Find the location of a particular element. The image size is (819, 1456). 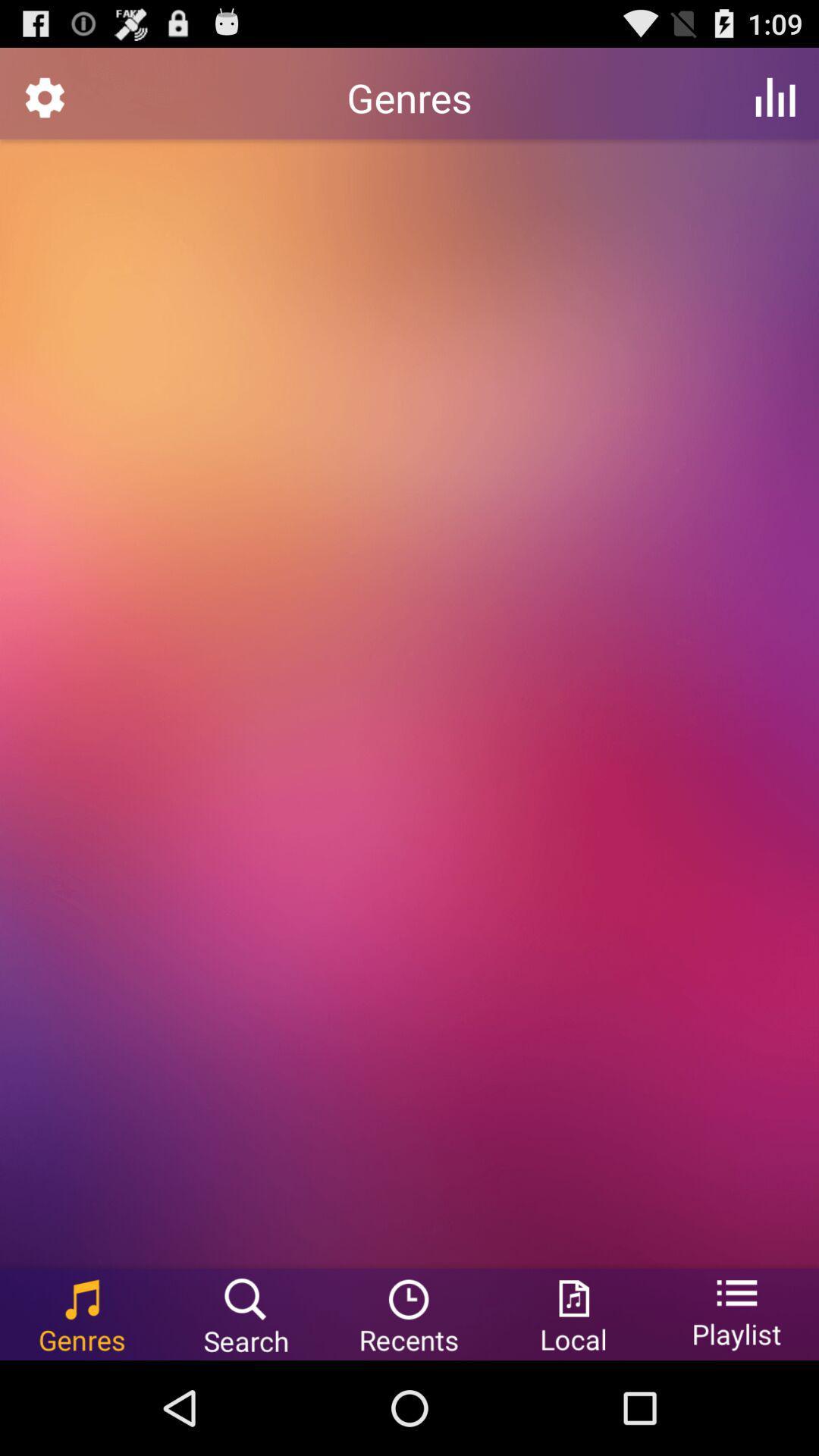

icon to the right of the genres app is located at coordinates (775, 96).